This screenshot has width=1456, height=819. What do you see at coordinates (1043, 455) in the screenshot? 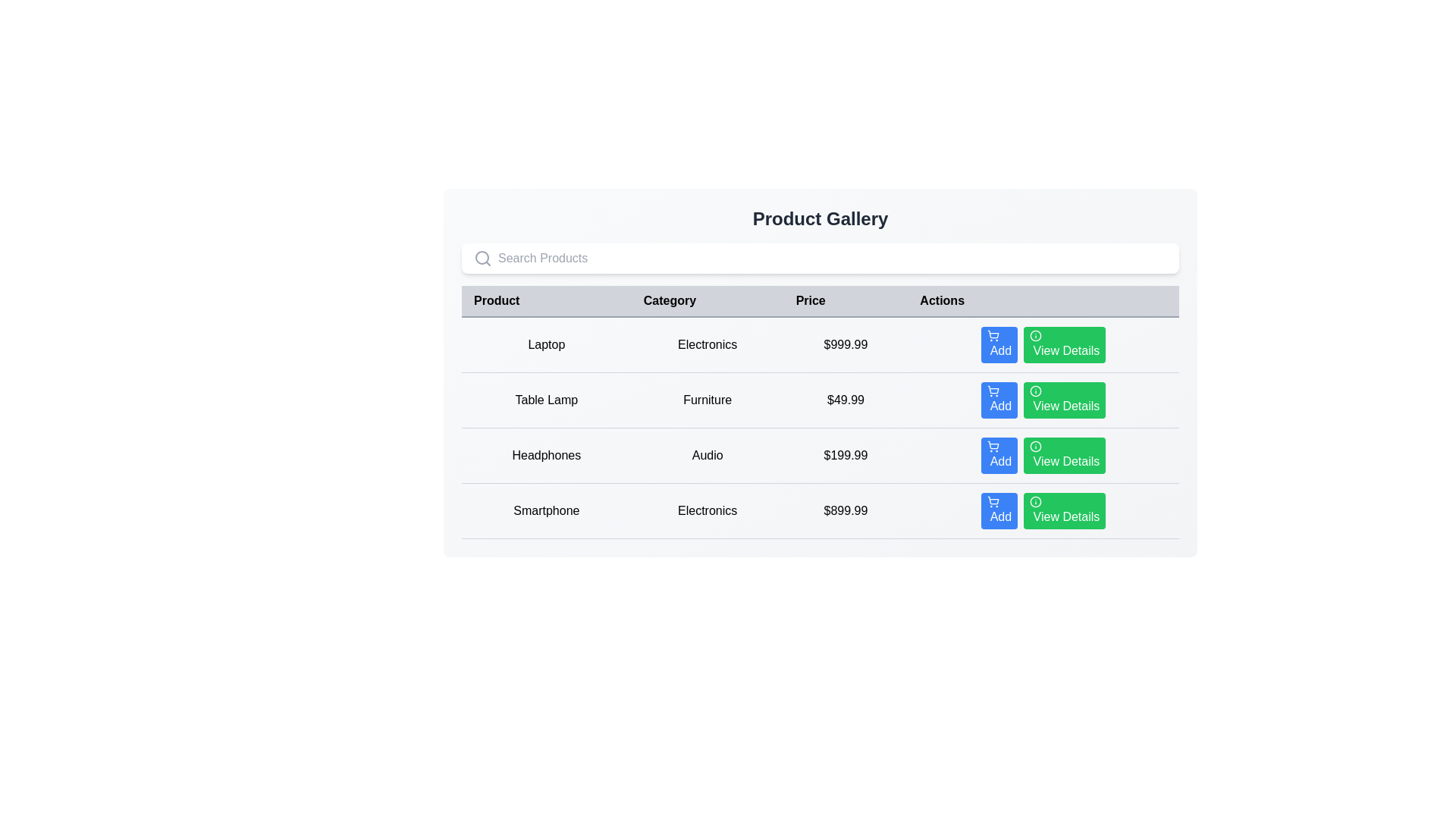
I see `the second button in the 'Actions' column of the 'Headphones' row` at bounding box center [1043, 455].